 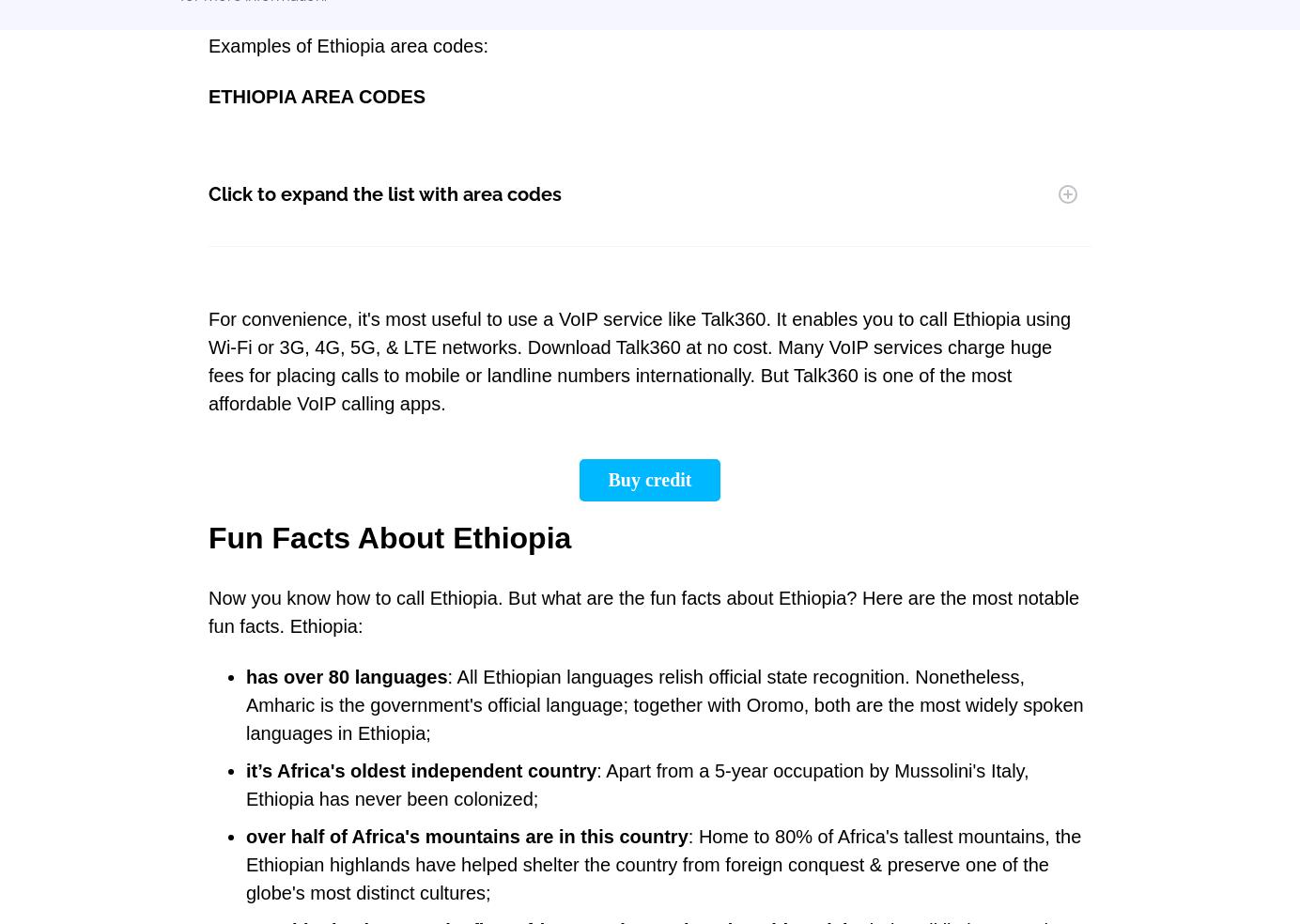 What do you see at coordinates (317, 96) in the screenshot?
I see `'ETHIOPIA AREA CODES'` at bounding box center [317, 96].